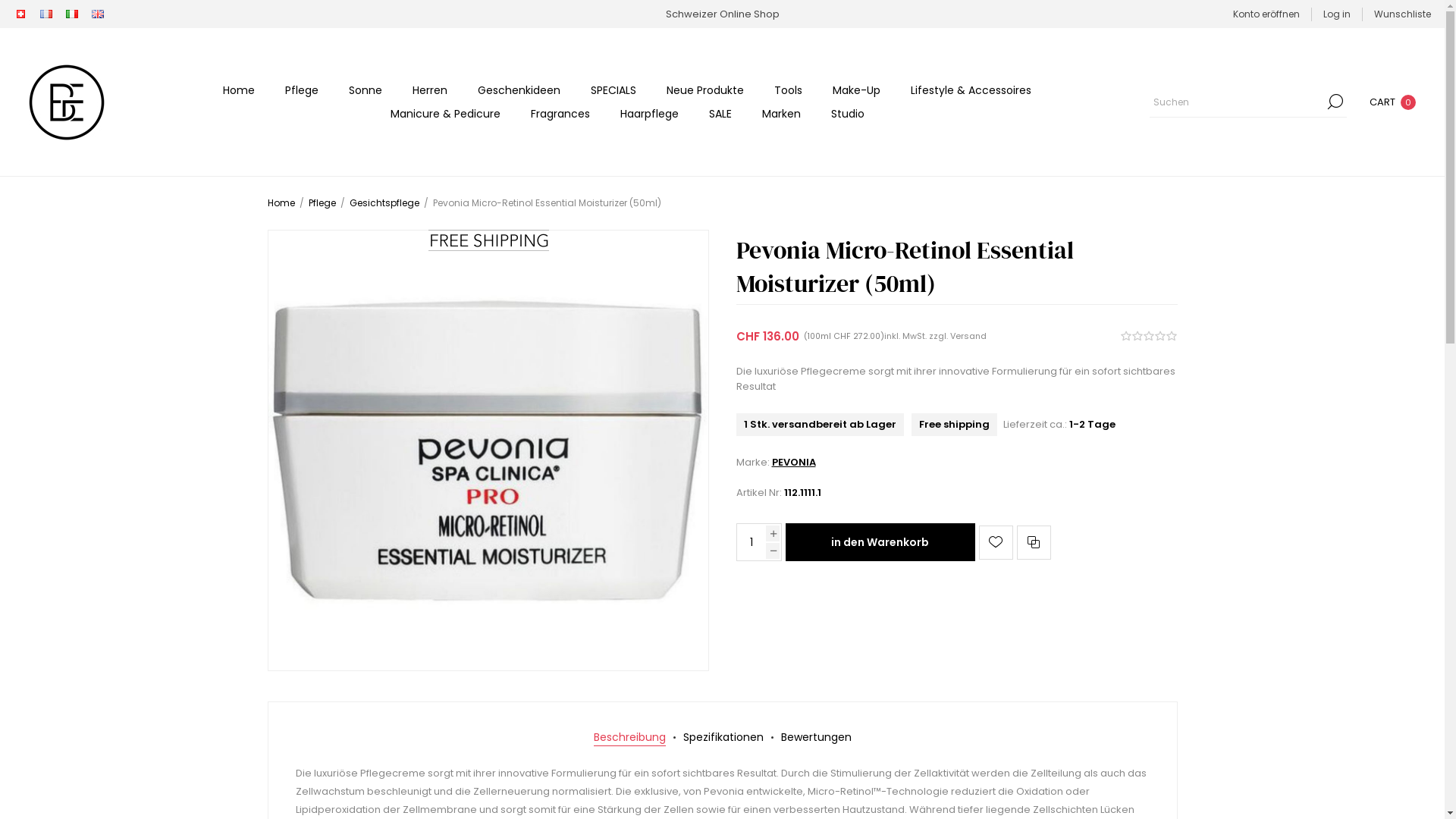 The image size is (1456, 819). I want to click on 'SALE', so click(719, 113).